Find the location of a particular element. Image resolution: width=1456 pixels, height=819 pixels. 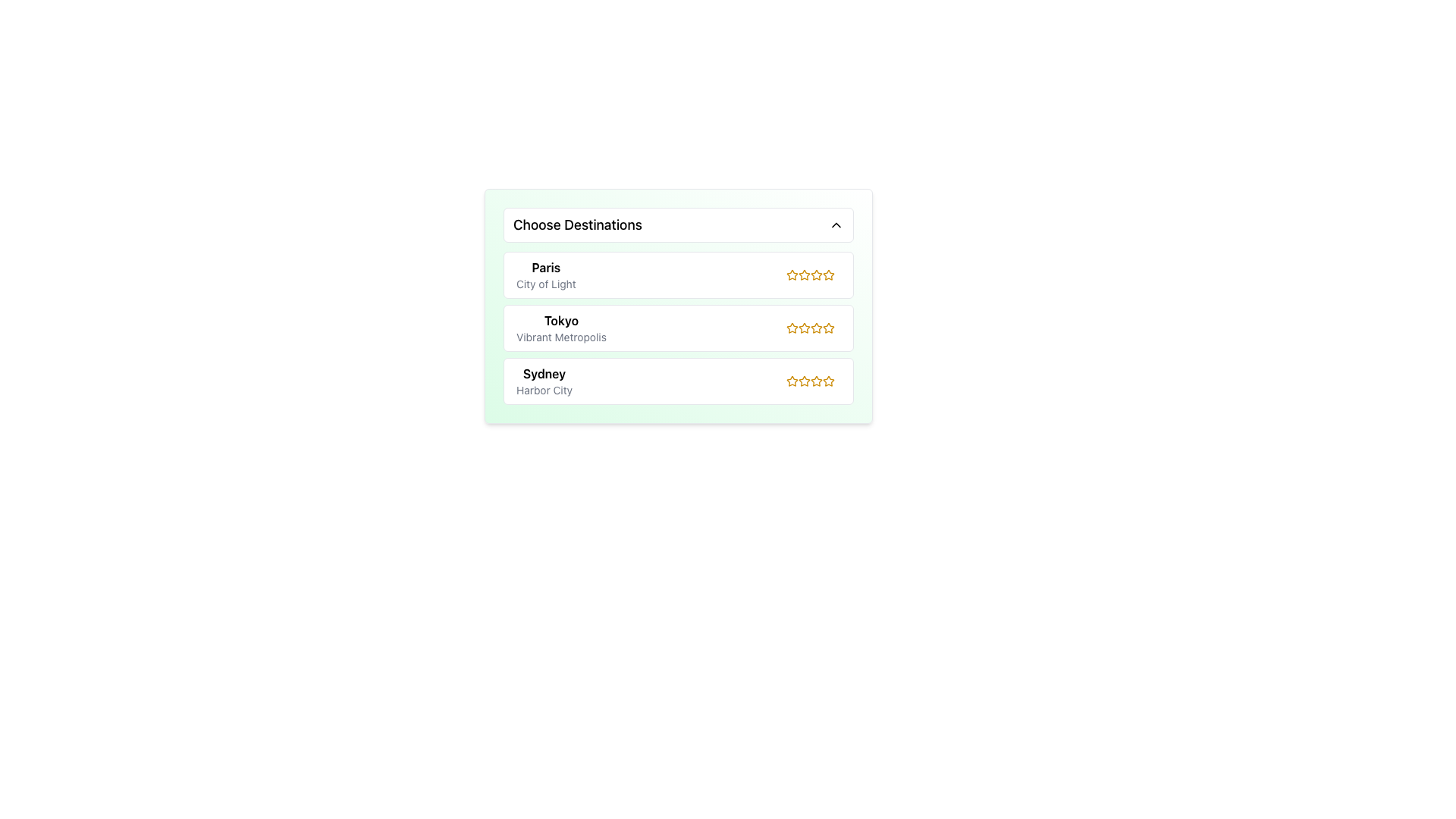

the third star icon in the horizontal row of five stars next to the 'Sydney' label to trigger tooltip or highlight effects is located at coordinates (828, 380).